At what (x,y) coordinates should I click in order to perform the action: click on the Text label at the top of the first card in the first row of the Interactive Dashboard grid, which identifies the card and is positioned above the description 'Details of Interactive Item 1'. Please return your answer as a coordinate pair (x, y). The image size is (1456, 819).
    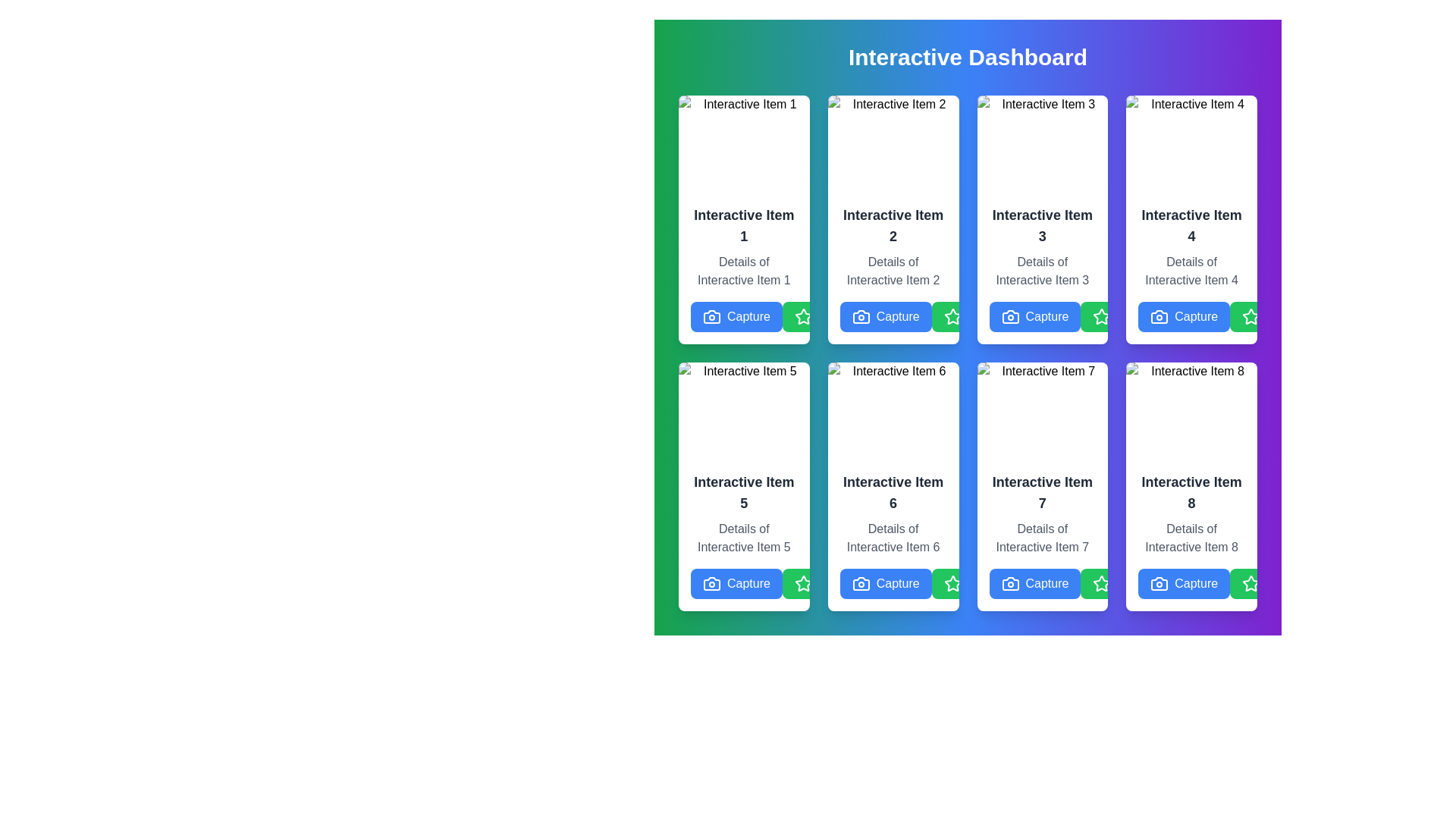
    Looking at the image, I should click on (744, 225).